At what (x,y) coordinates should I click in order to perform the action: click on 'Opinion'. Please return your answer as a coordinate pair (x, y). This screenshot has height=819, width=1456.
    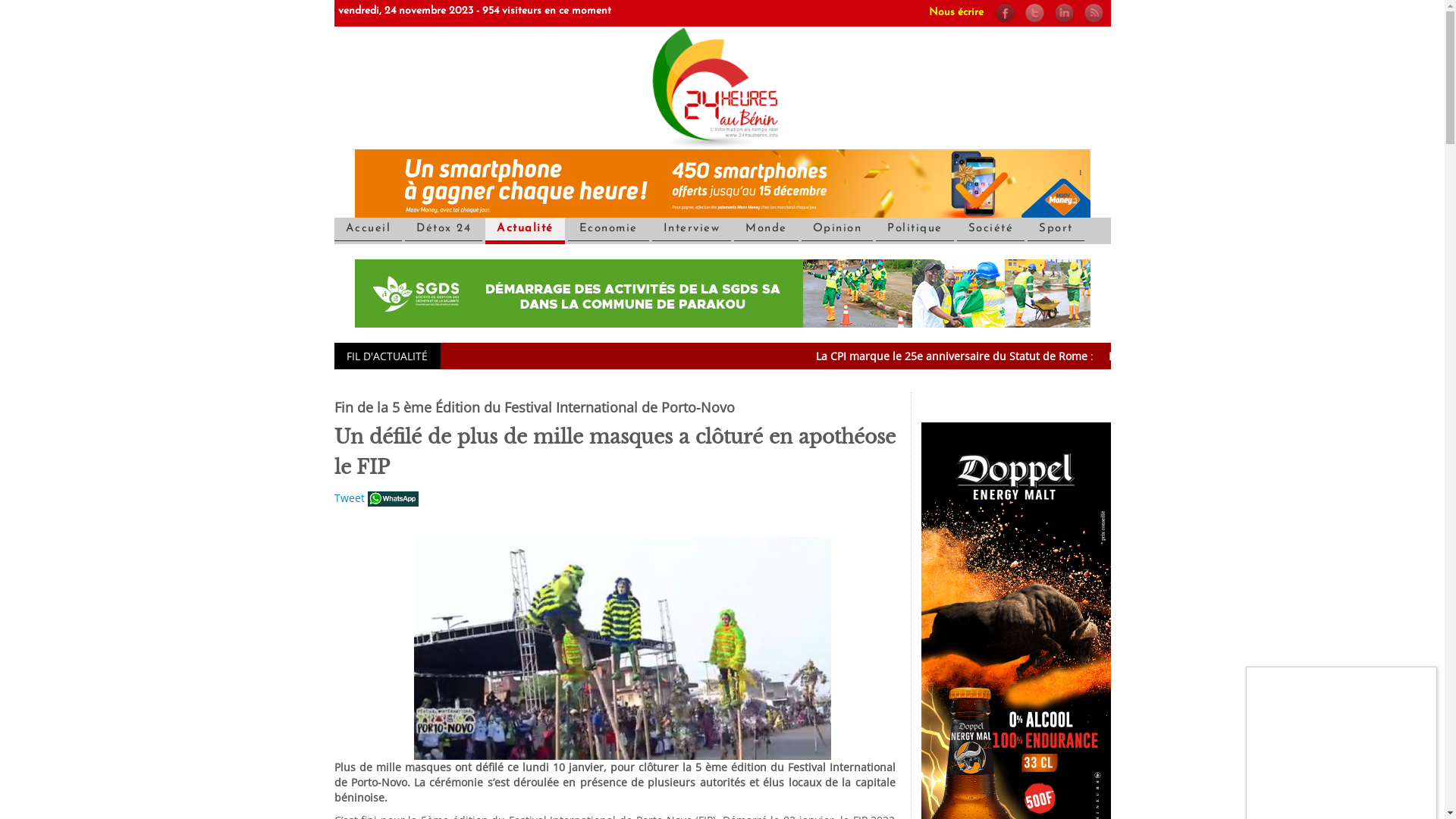
    Looking at the image, I should click on (800, 229).